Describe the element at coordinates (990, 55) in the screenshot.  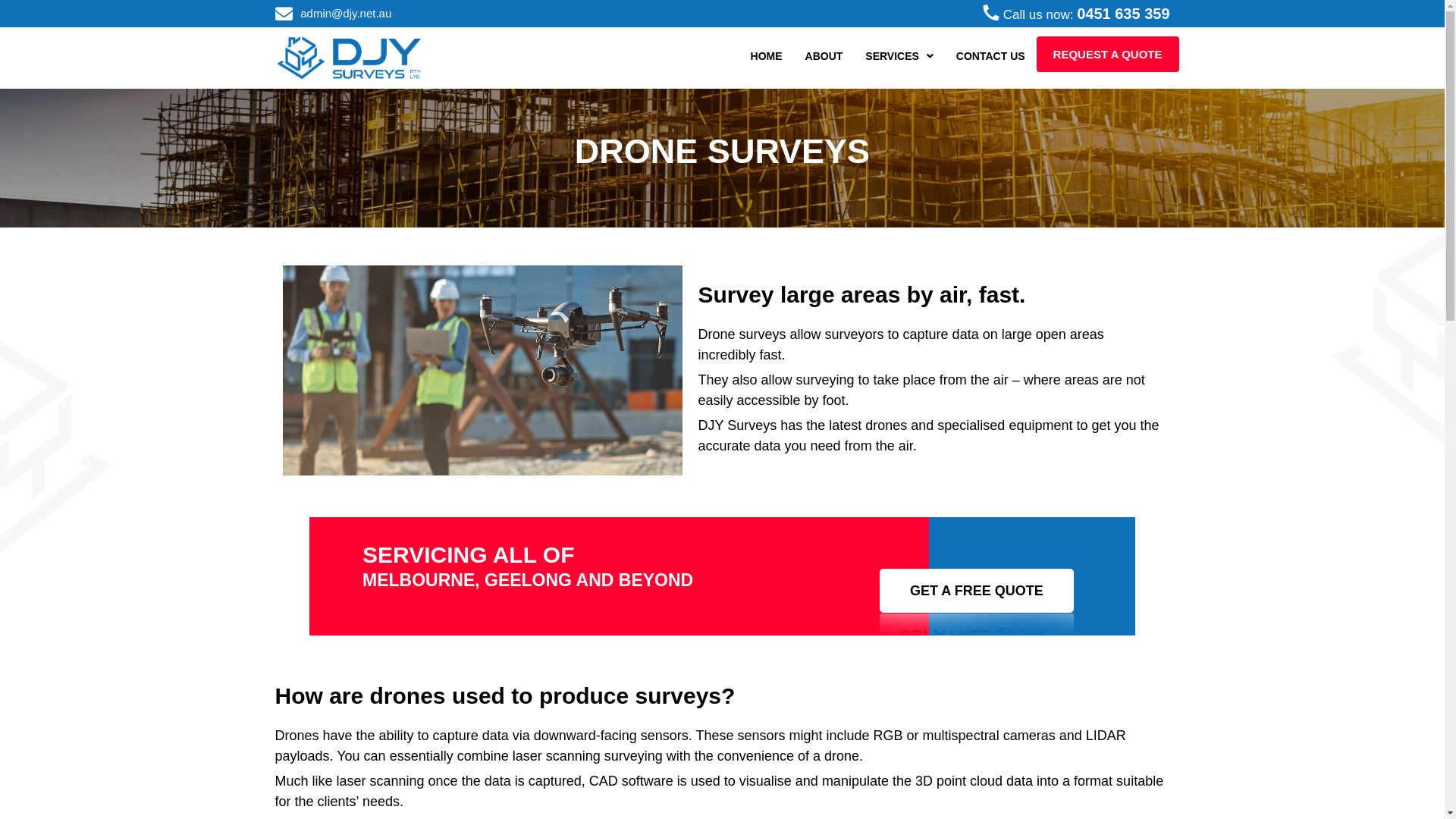
I see `'CONTACT US'` at that location.